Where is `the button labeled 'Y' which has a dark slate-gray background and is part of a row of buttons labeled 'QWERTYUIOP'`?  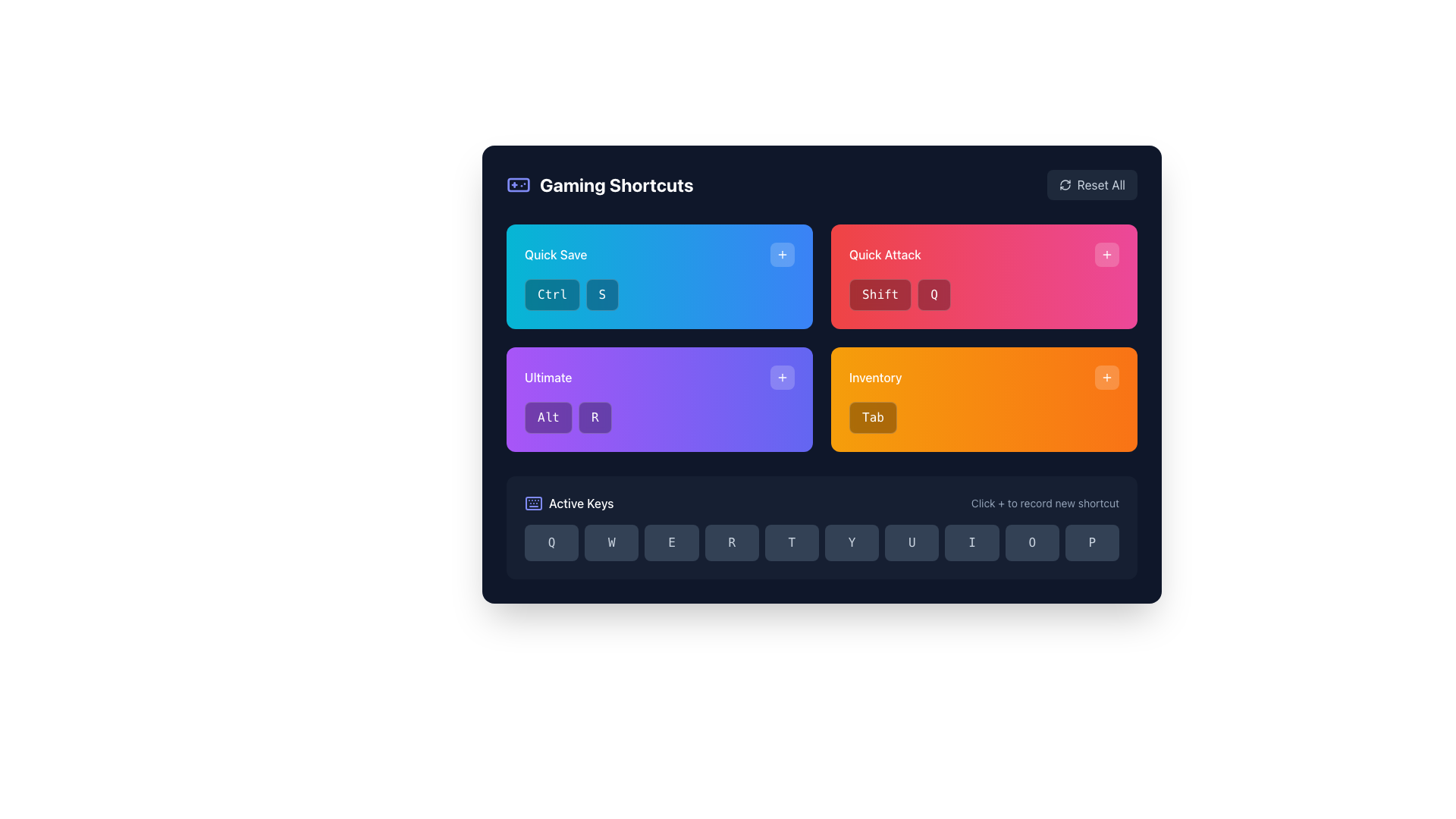
the button labeled 'Y' which has a dark slate-gray background and is part of a row of buttons labeled 'QWERTYUIOP' is located at coordinates (852, 542).